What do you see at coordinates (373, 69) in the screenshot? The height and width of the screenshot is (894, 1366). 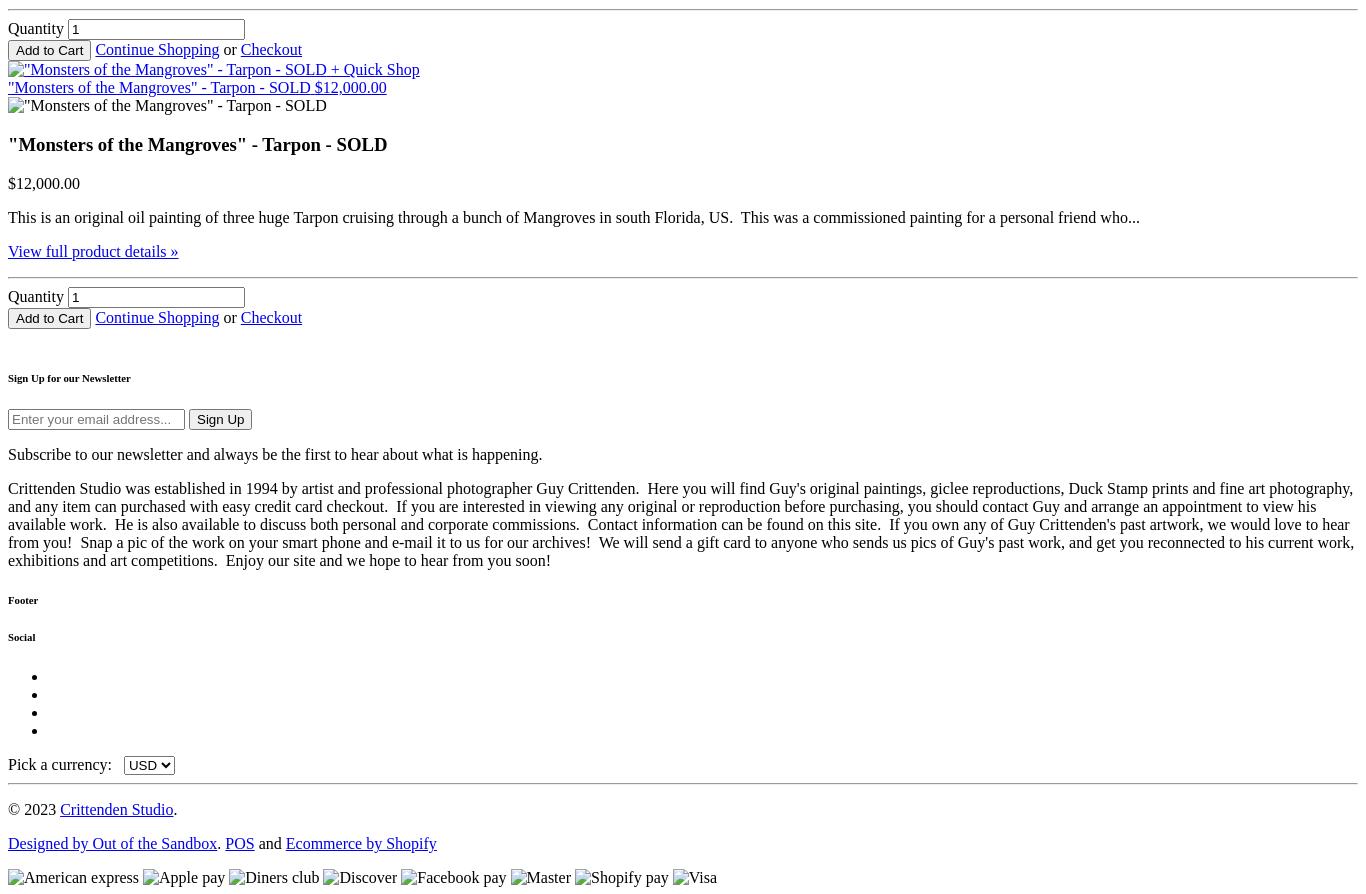 I see `'+ Quick Shop'` at bounding box center [373, 69].